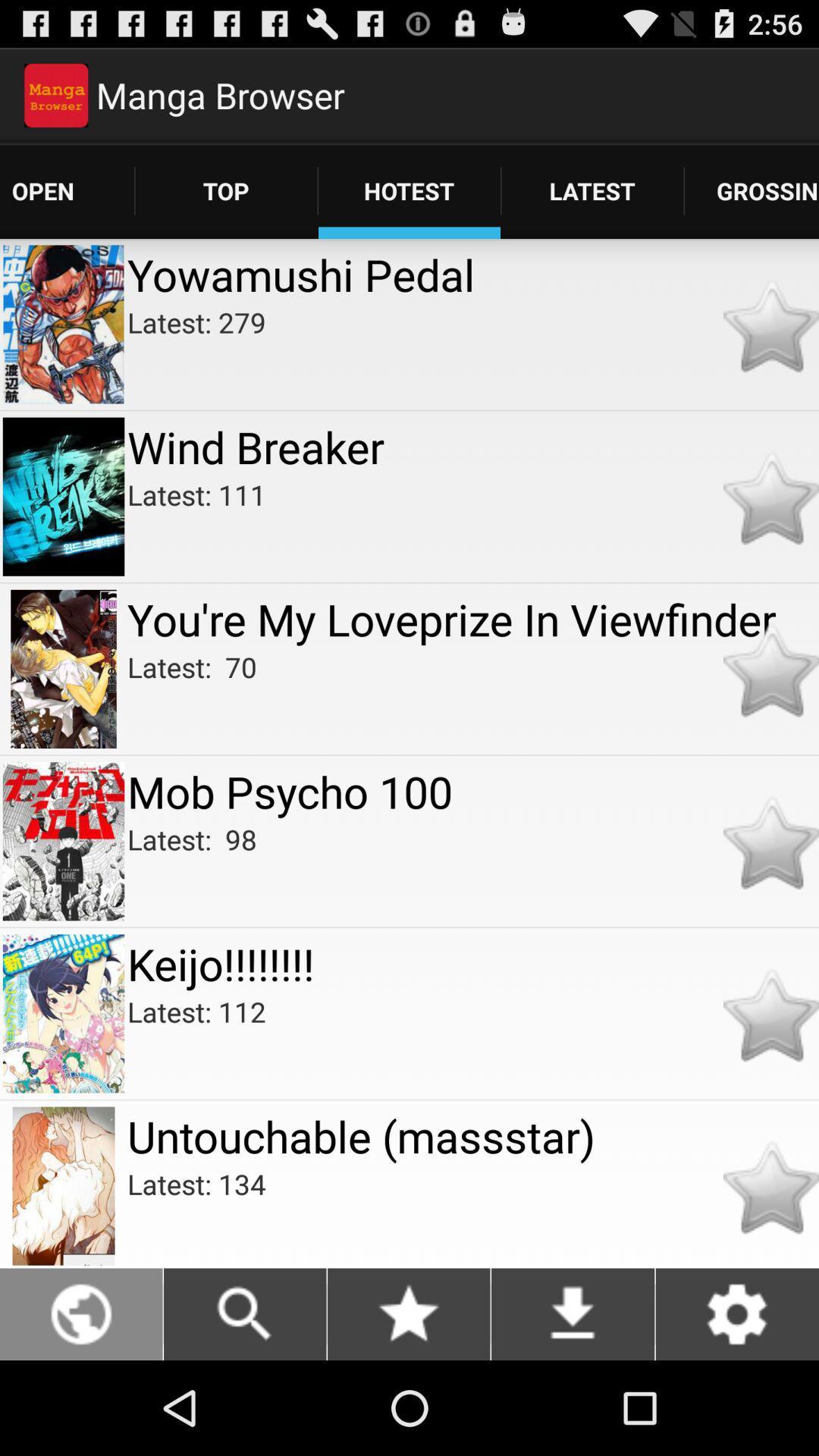 This screenshot has width=819, height=1456. I want to click on icon above the latest: 134 icon, so click(472, 1136).